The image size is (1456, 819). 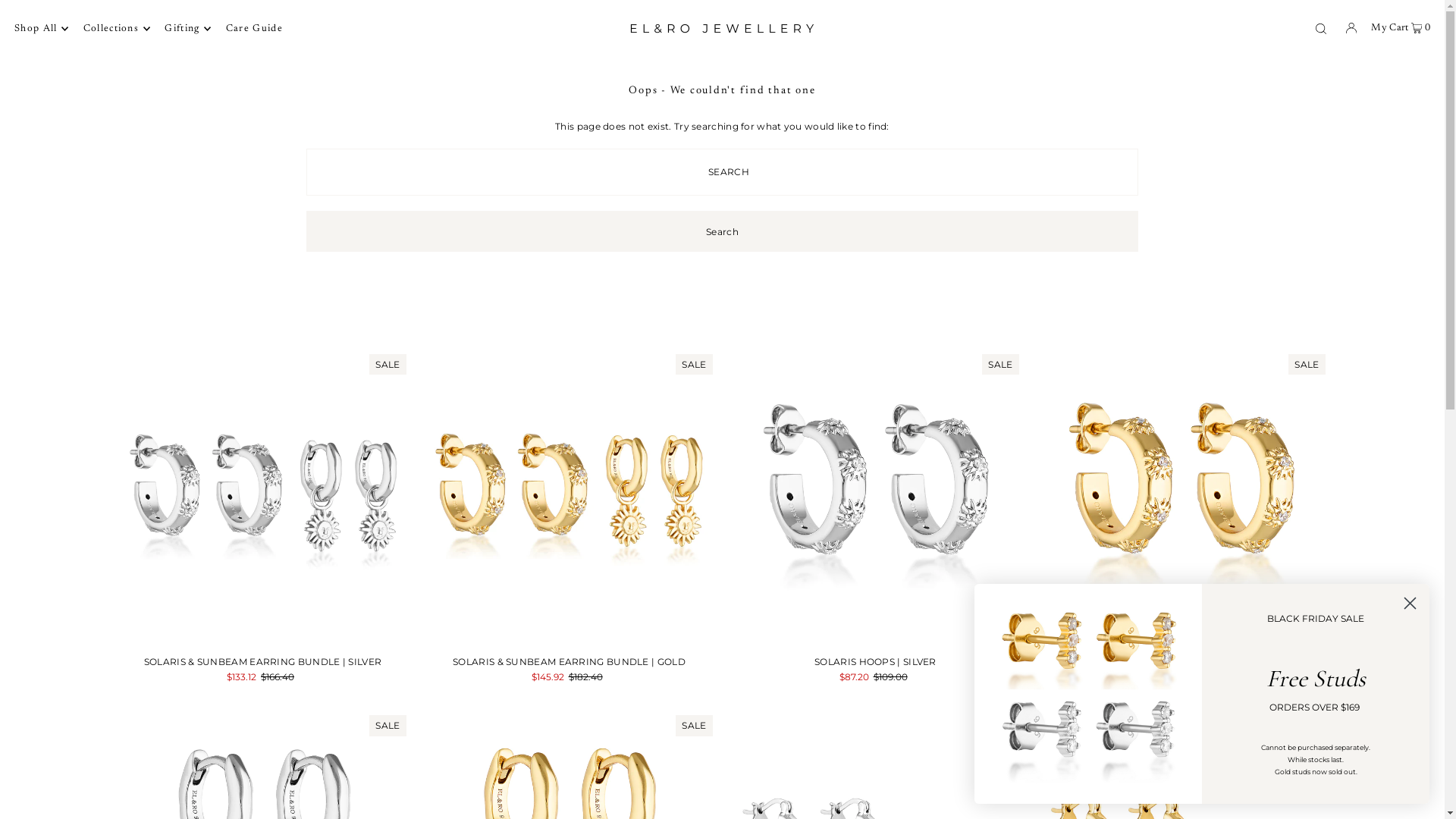 What do you see at coordinates (254, 28) in the screenshot?
I see `'Care Guide'` at bounding box center [254, 28].